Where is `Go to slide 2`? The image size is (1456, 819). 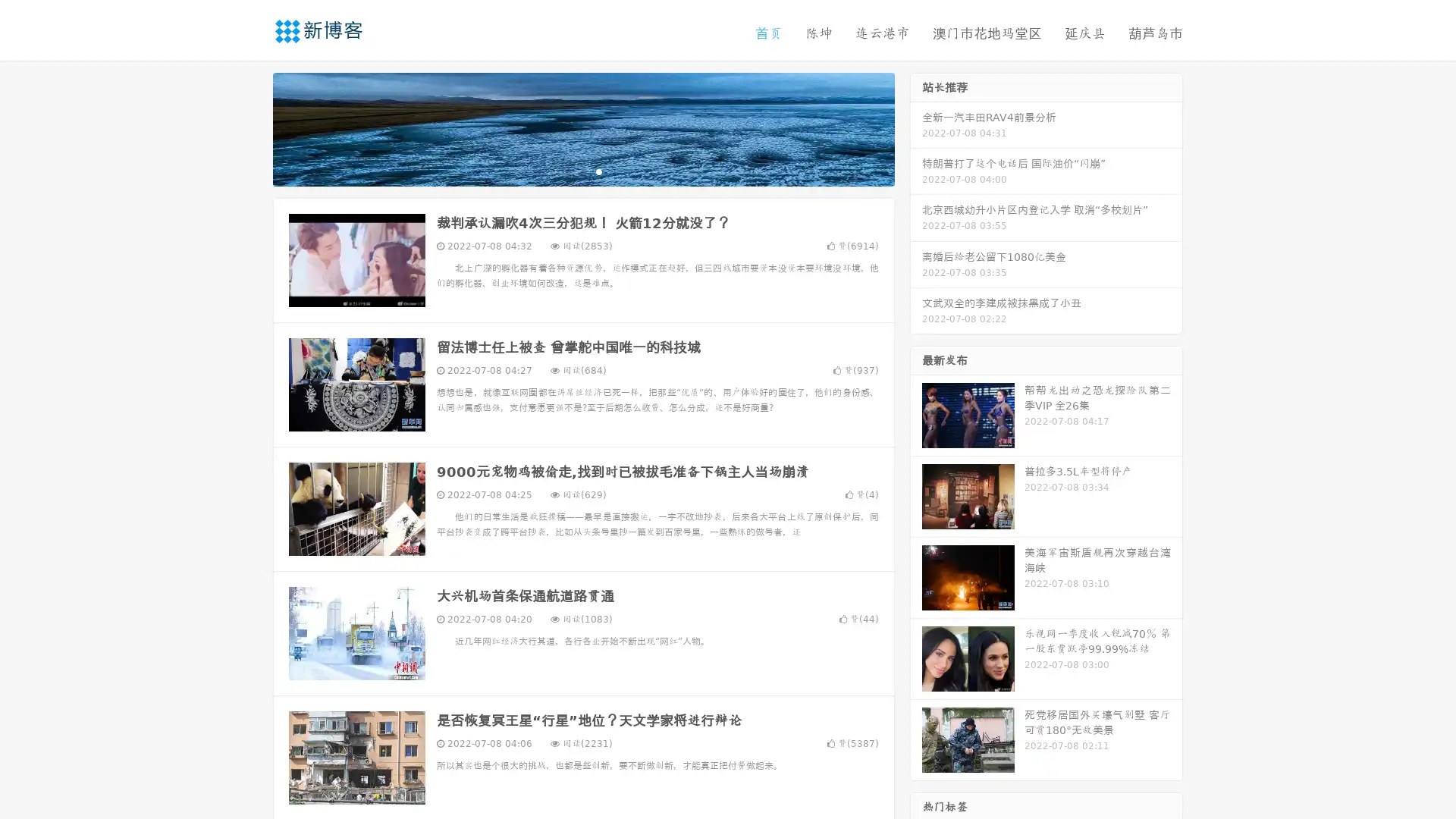
Go to slide 2 is located at coordinates (582, 171).